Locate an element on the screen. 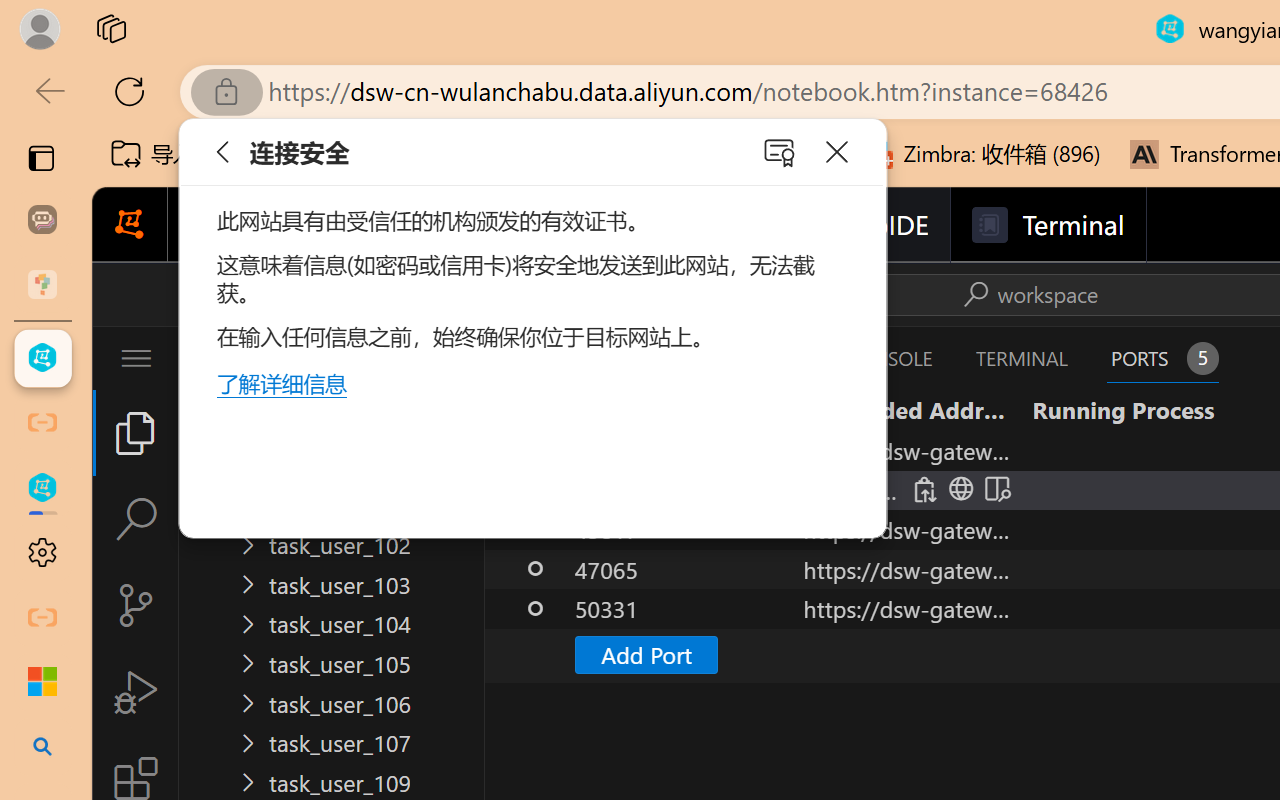 The image size is (1280, 800). 'Microsoft security help and learning' is located at coordinates (42, 682).